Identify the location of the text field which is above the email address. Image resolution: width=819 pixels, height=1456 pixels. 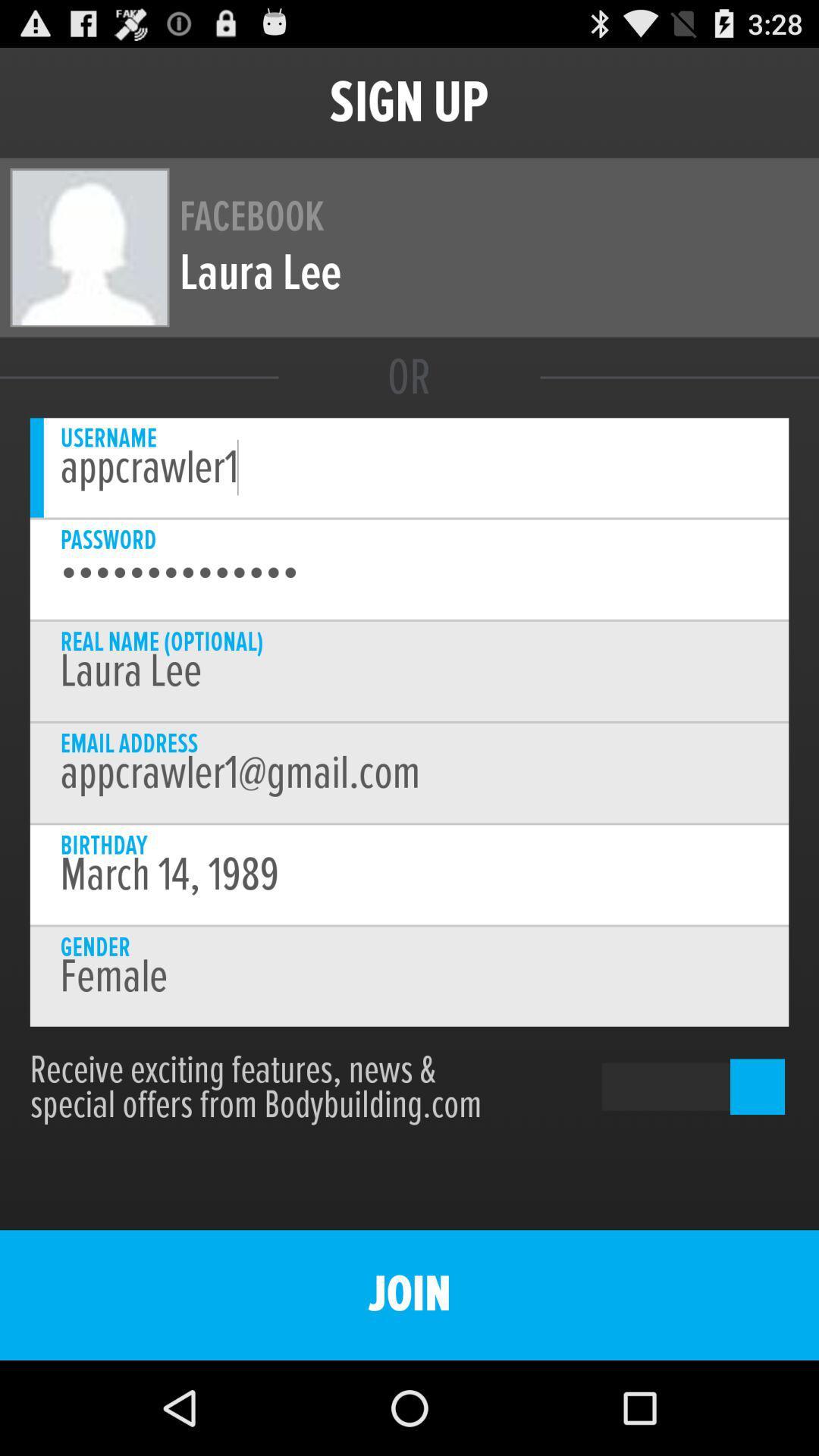
(409, 670).